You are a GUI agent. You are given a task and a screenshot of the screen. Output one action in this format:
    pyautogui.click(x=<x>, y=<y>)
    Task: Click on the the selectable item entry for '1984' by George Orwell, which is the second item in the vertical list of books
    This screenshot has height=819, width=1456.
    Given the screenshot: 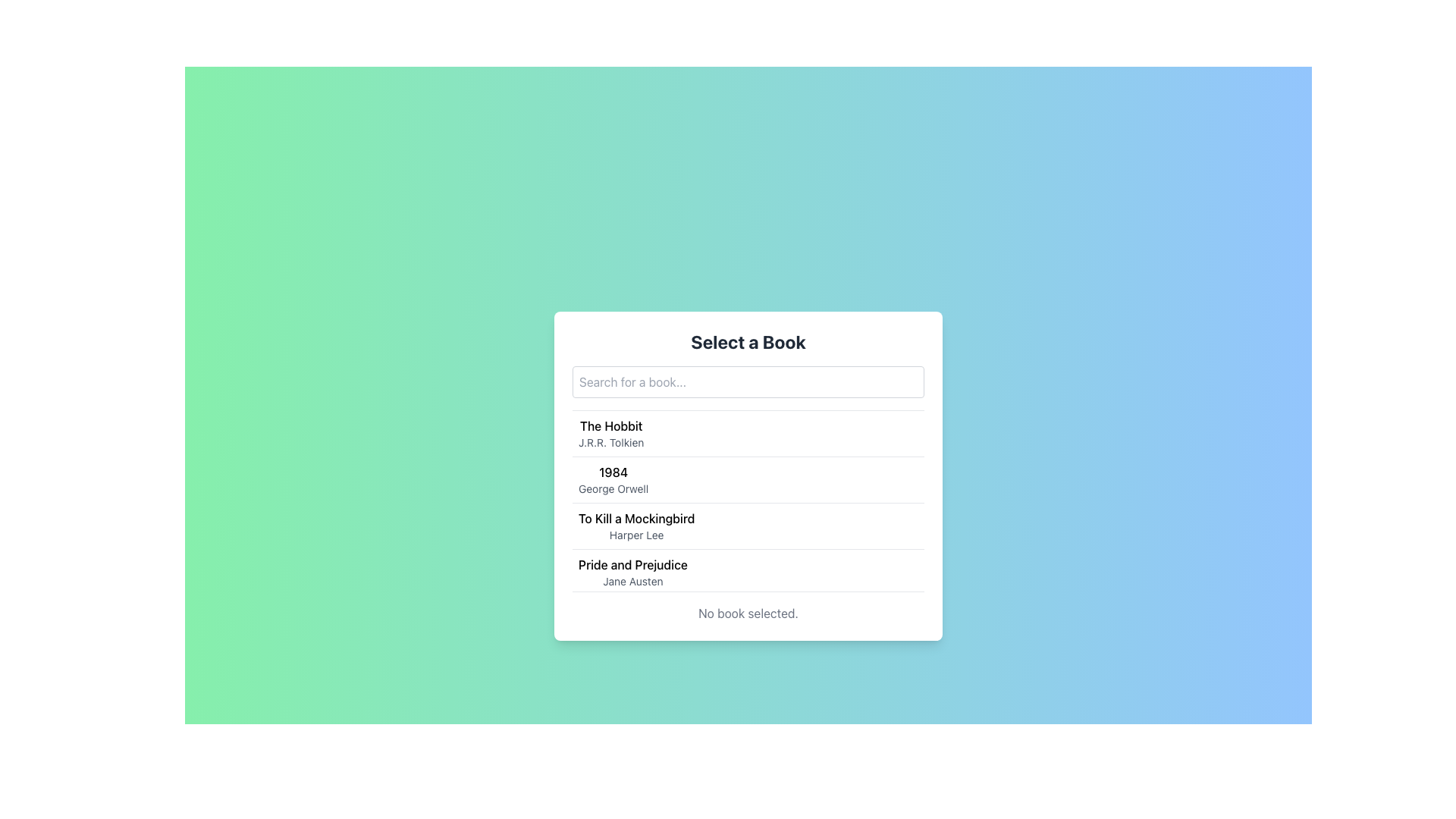 What is the action you would take?
    pyautogui.click(x=613, y=479)
    